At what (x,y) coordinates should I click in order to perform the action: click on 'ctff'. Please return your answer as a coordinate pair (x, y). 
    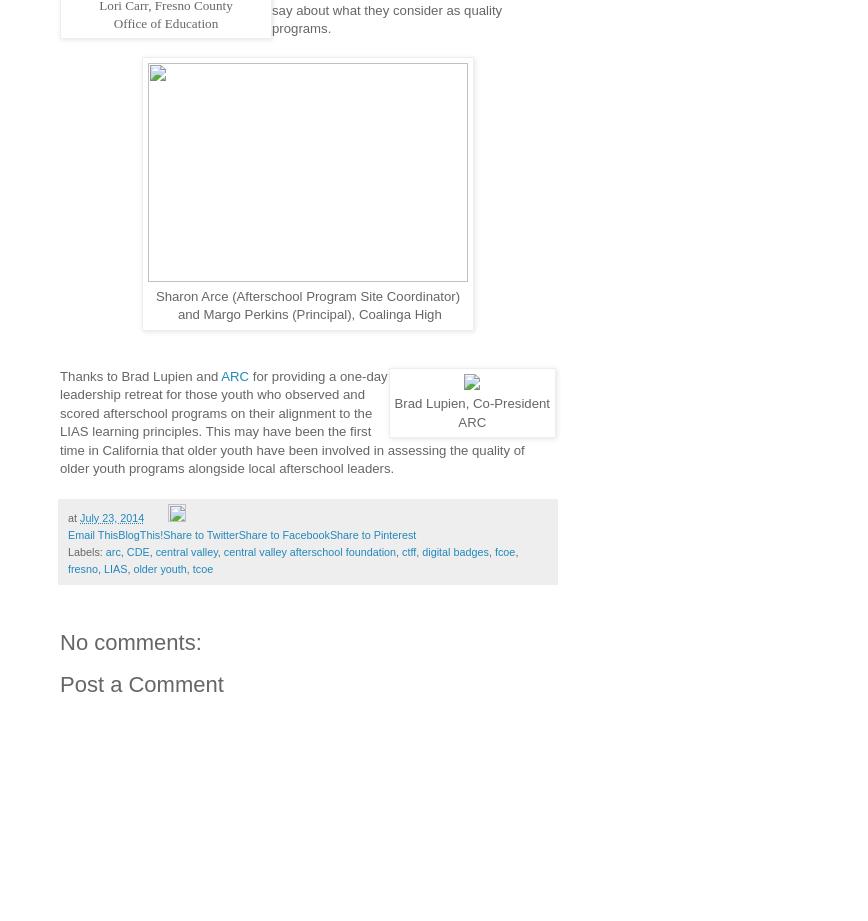
    Looking at the image, I should click on (401, 550).